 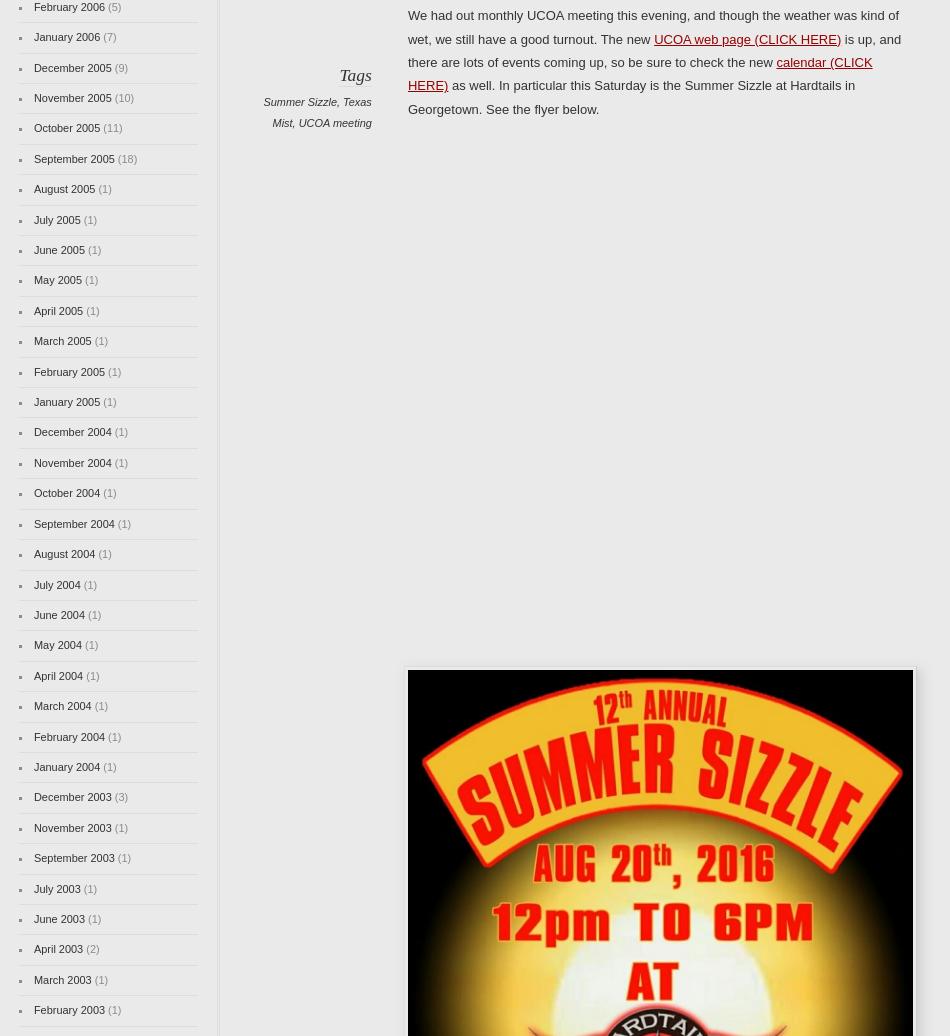 I want to click on 'June 2004', so click(x=32, y=614).